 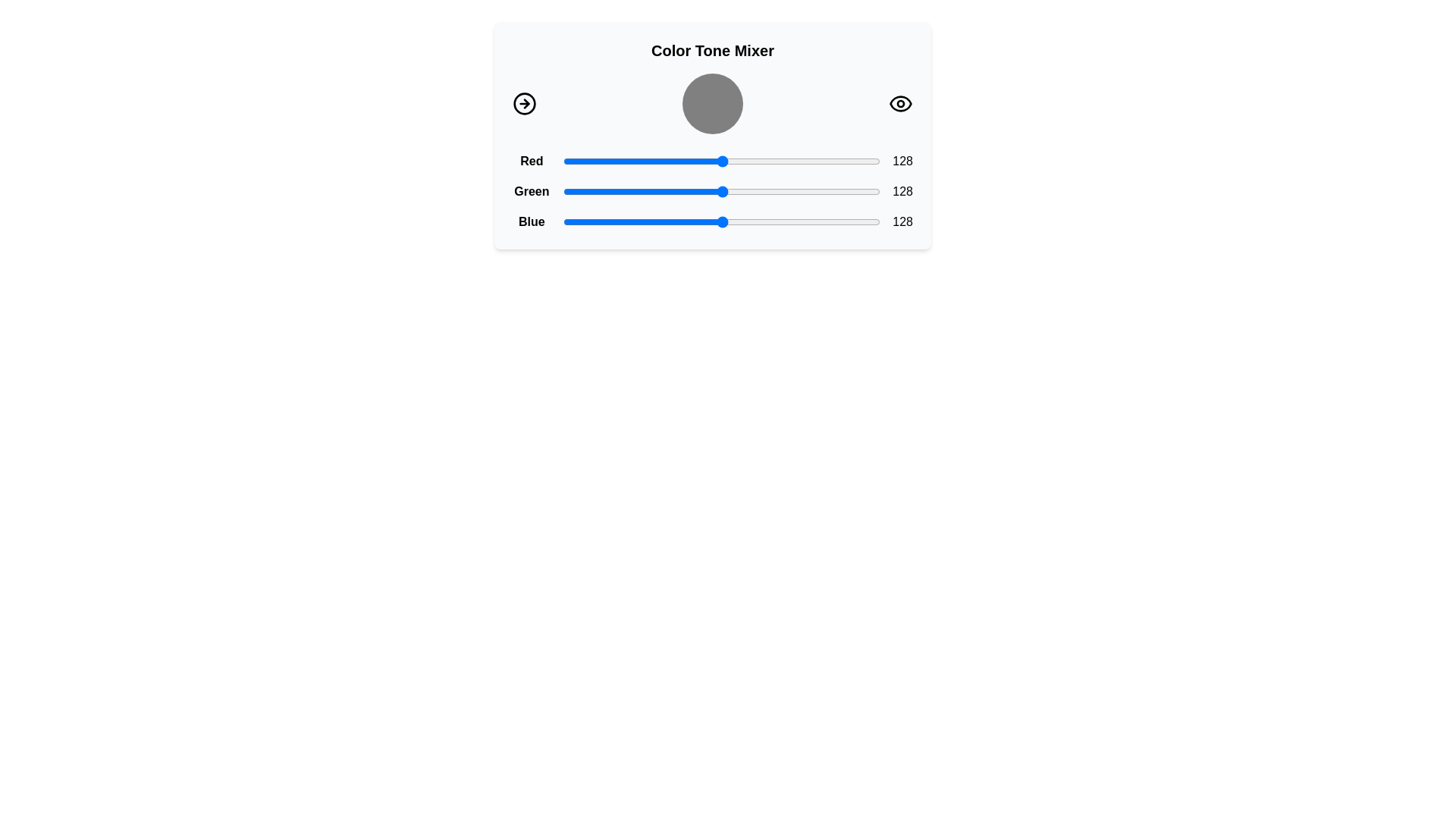 I want to click on the Static text display that shows the current value of the associated slider, positioned to the right of the slider component labeled 'Red', so click(x=902, y=161).